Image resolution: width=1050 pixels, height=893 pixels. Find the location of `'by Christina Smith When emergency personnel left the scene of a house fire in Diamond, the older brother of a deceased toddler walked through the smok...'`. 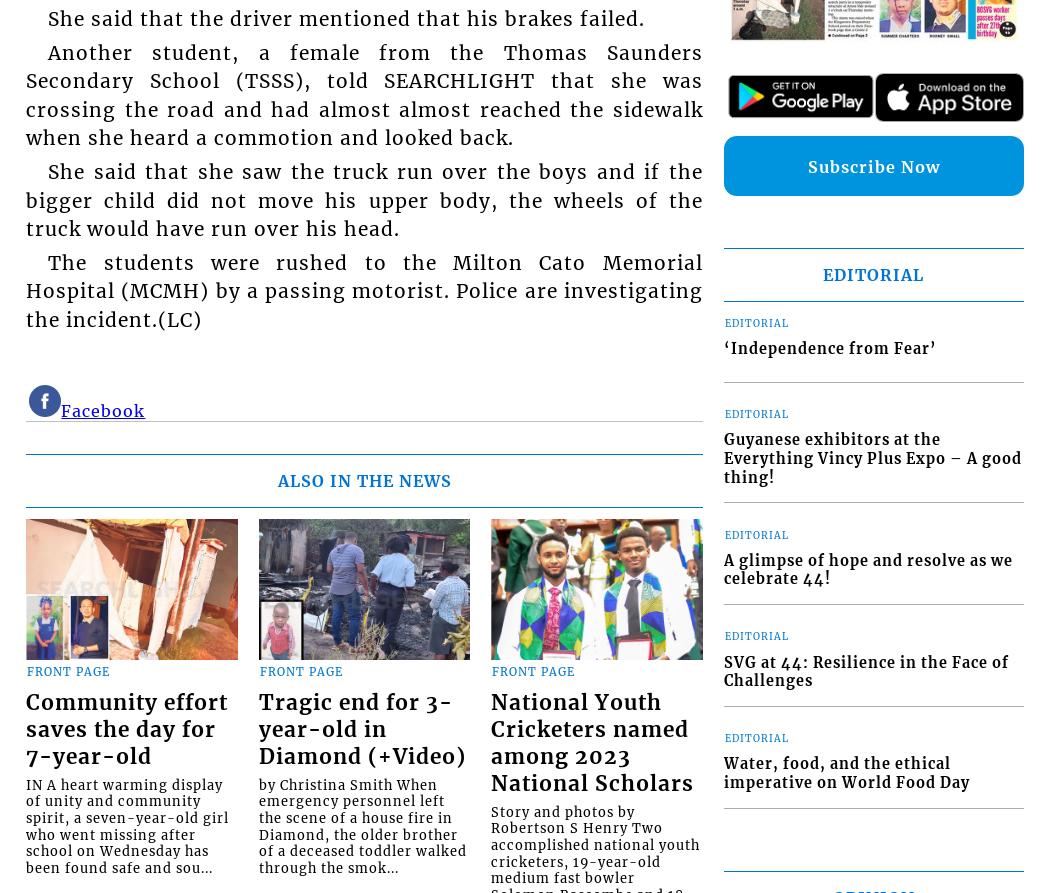

'by Christina Smith When emergency personnel left the scene of a house fire in Diamond, the older brother of a deceased toddler walked through the smok...' is located at coordinates (361, 824).